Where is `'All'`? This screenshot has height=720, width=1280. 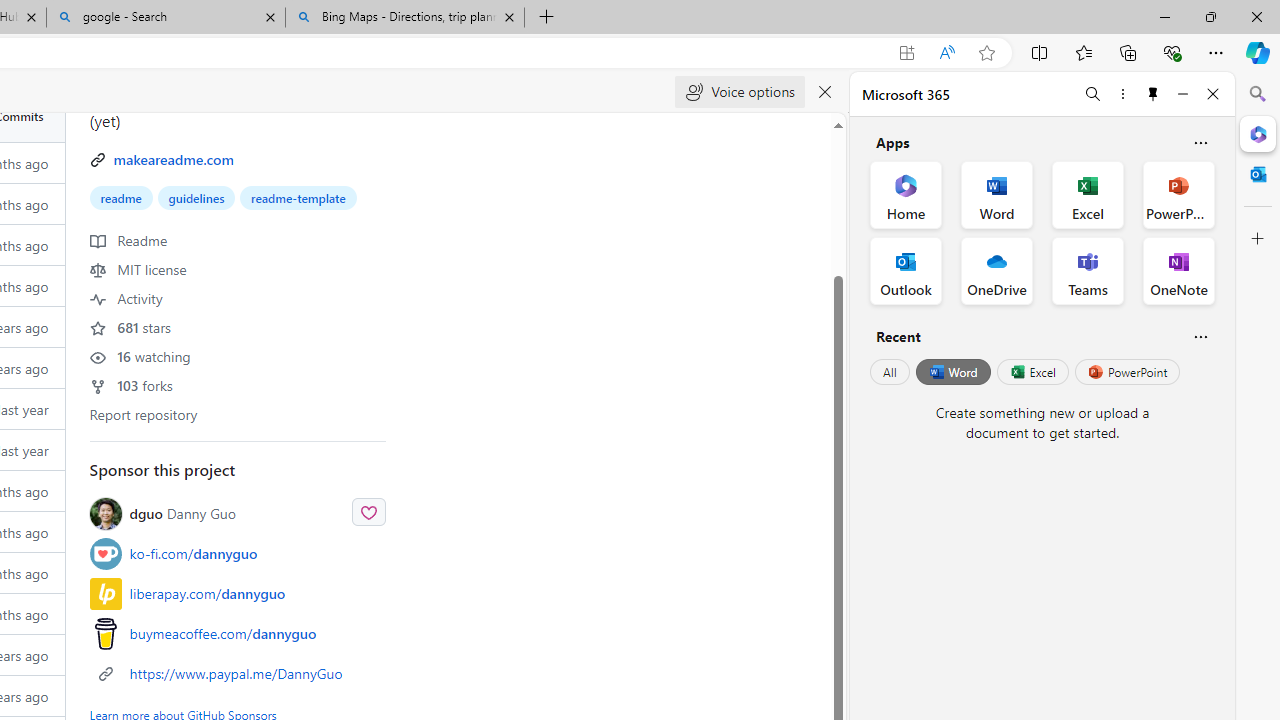
'All' is located at coordinates (889, 372).